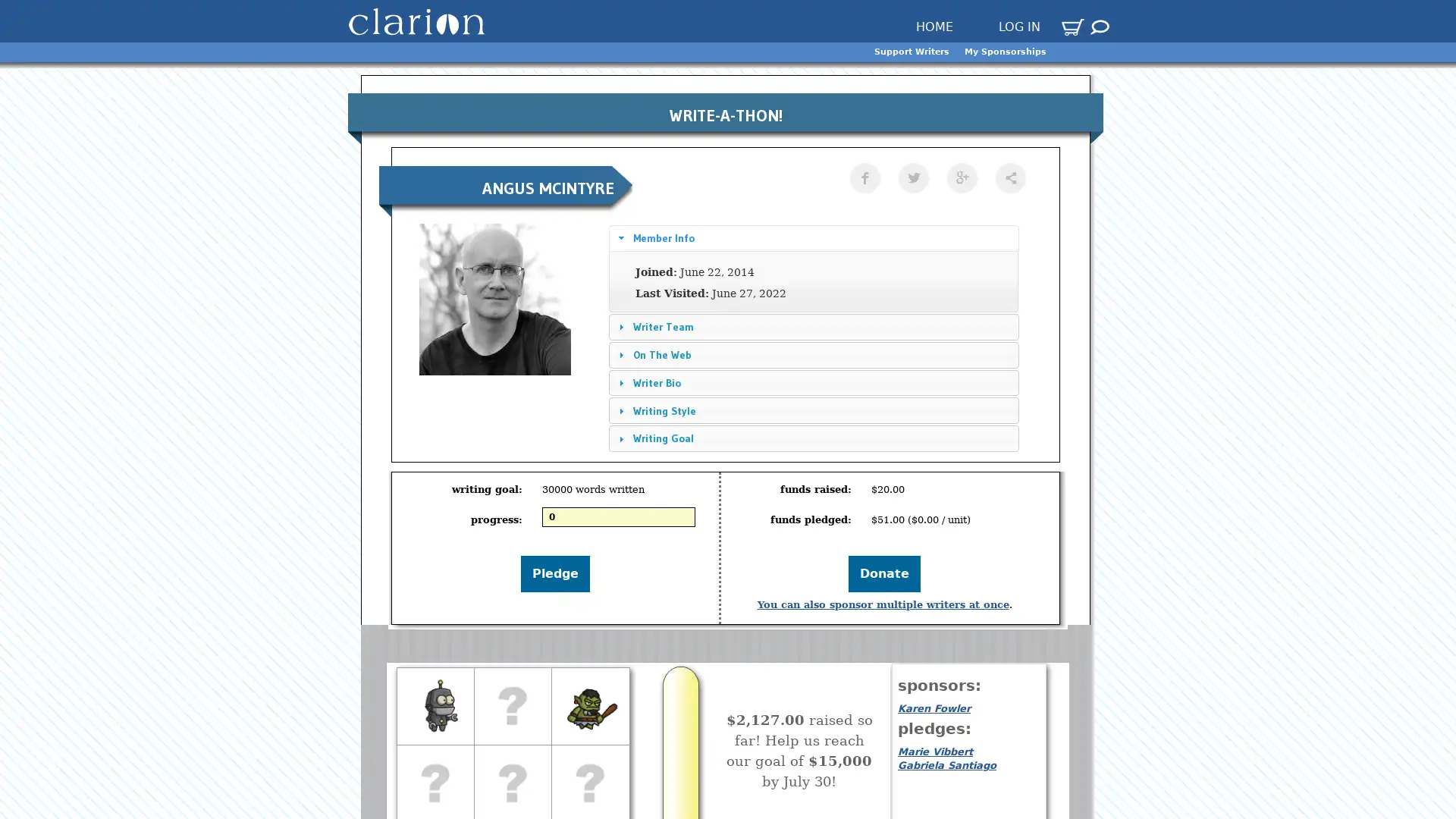  What do you see at coordinates (884, 573) in the screenshot?
I see `Donate` at bounding box center [884, 573].